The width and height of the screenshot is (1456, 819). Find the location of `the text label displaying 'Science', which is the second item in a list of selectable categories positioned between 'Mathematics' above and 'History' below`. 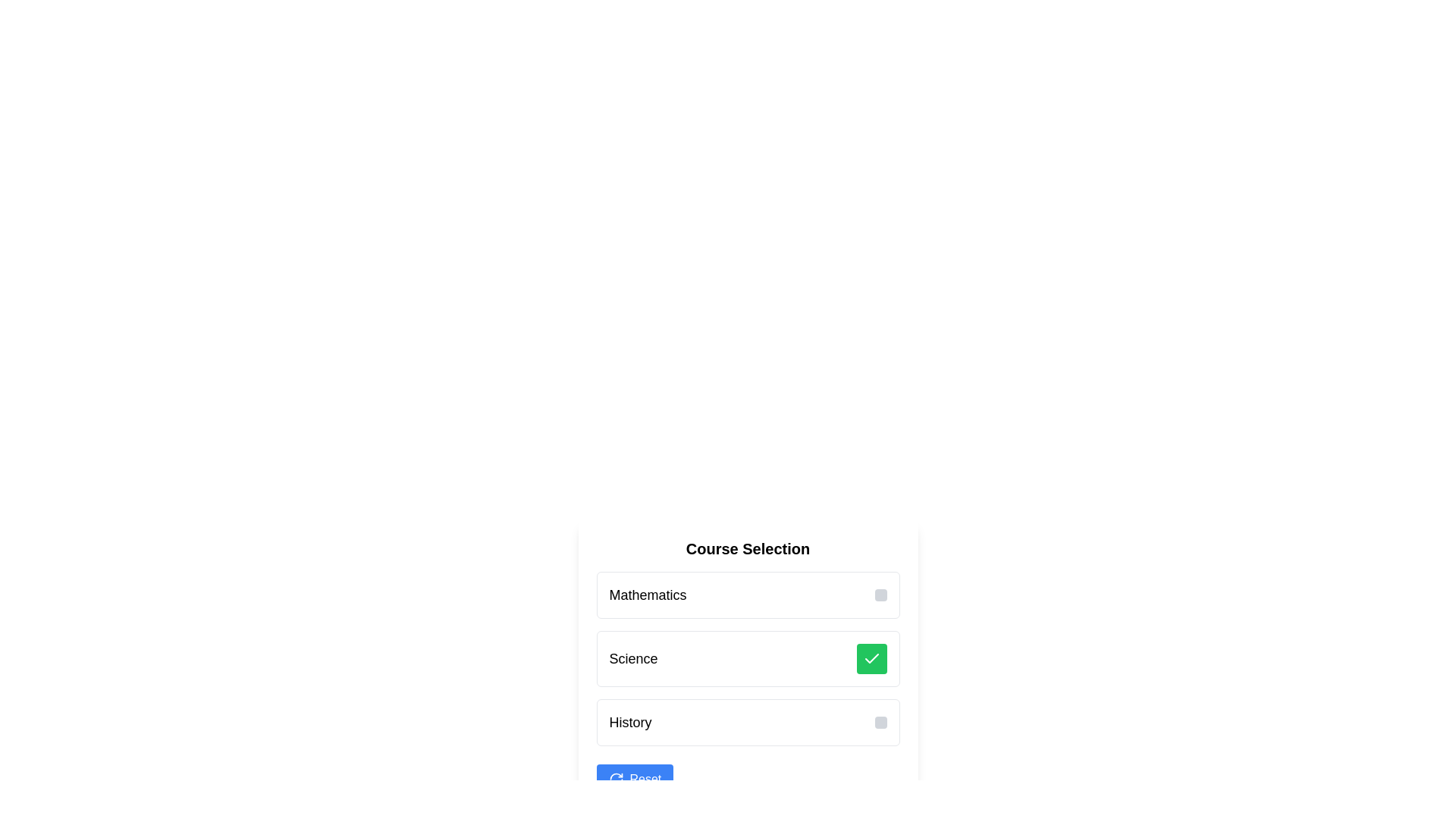

the text label displaying 'Science', which is the second item in a list of selectable categories positioned between 'Mathematics' above and 'History' below is located at coordinates (633, 657).